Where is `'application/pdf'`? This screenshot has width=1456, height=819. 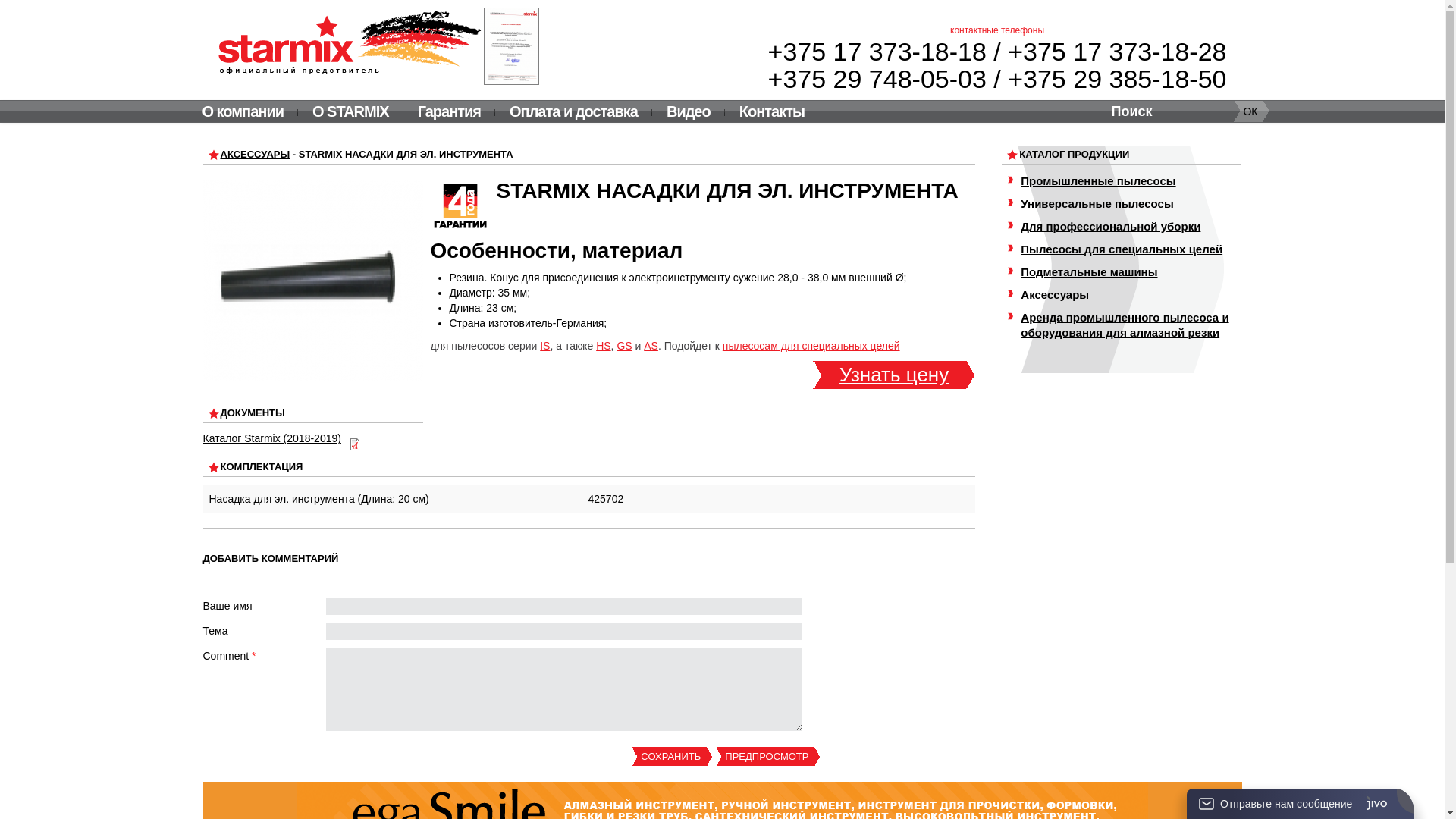
'application/pdf' is located at coordinates (348, 444).